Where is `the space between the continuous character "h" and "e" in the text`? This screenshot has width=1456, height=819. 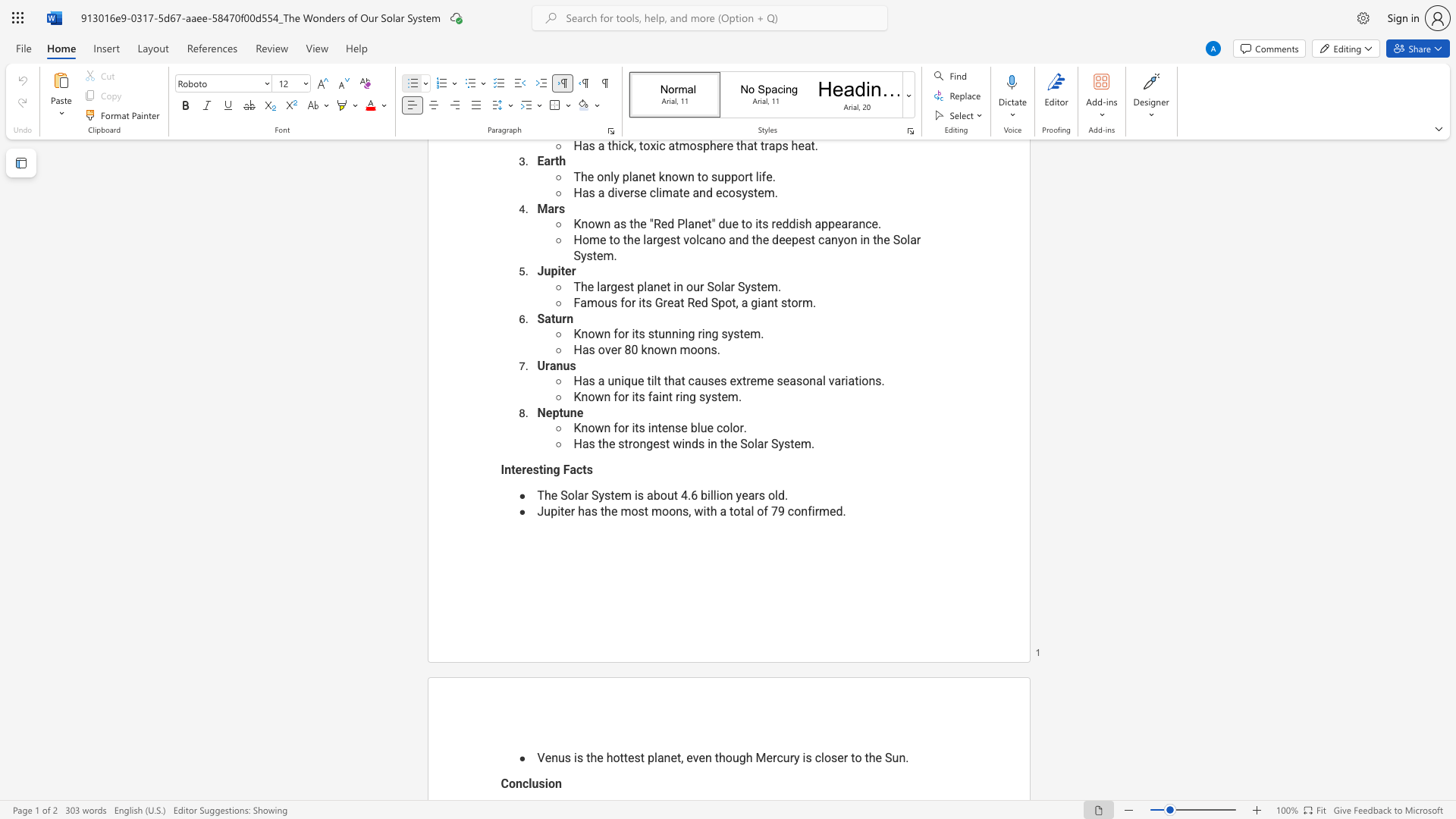
the space between the continuous character "h" and "e" in the text is located at coordinates (610, 511).